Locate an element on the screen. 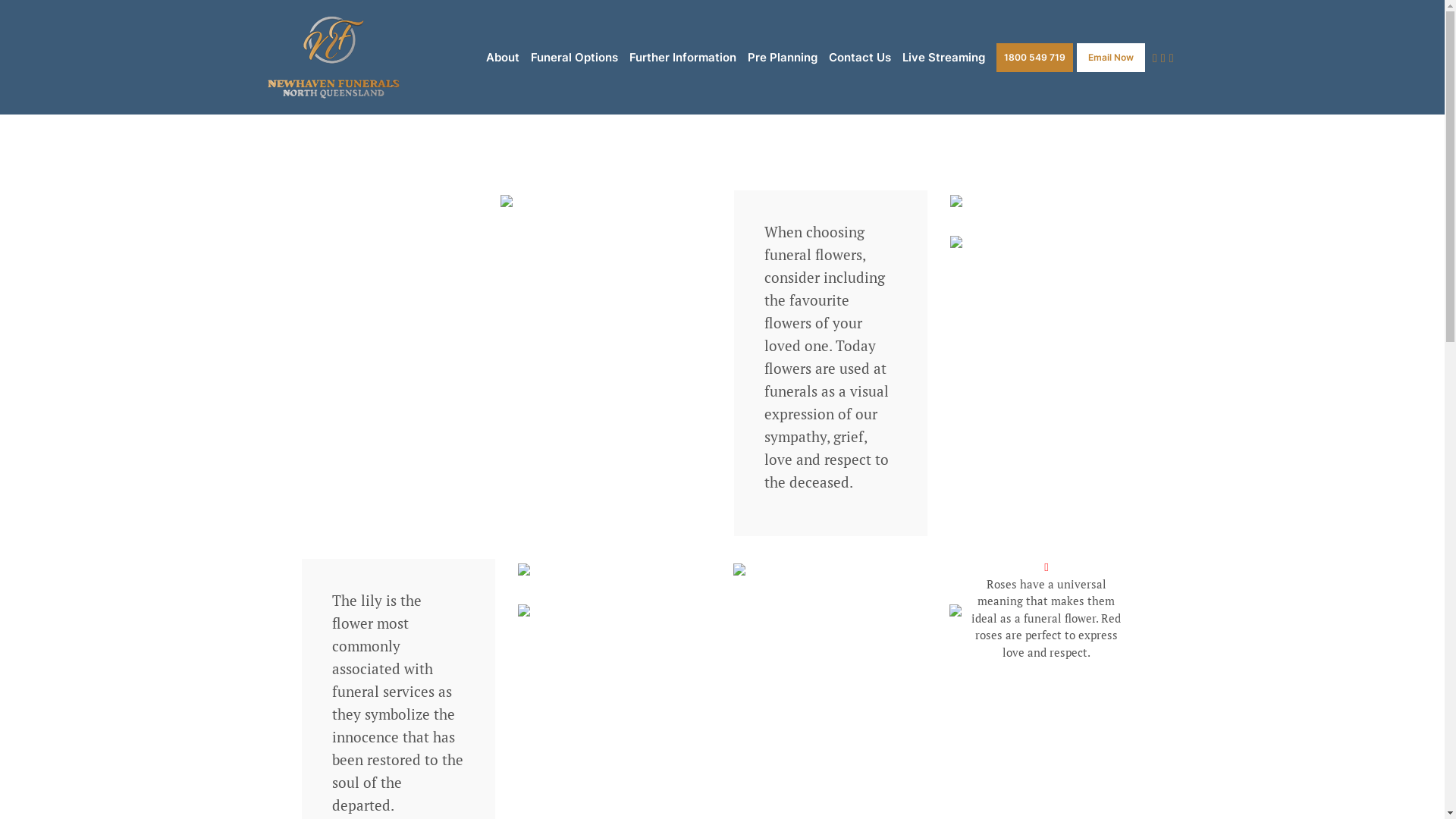  'Further Information' is located at coordinates (682, 57).